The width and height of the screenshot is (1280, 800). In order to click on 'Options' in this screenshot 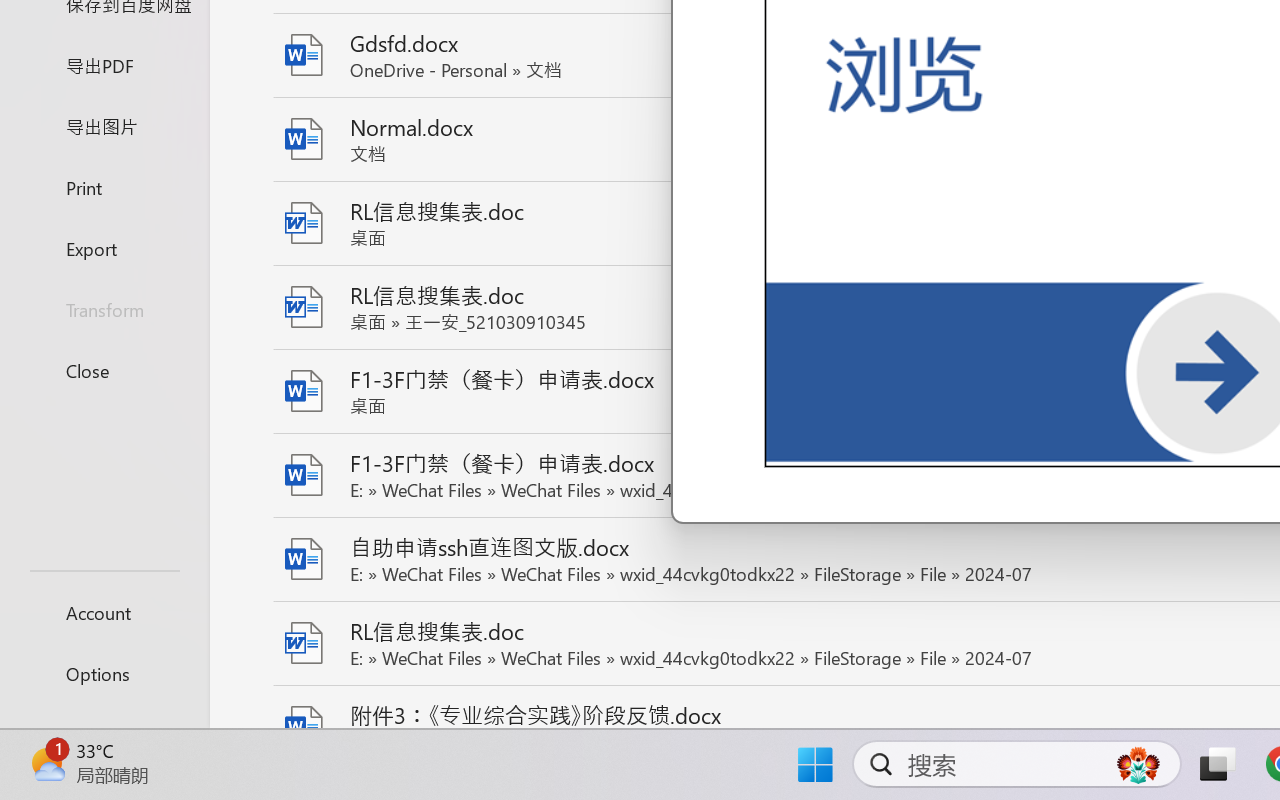, I will do `click(103, 673)`.